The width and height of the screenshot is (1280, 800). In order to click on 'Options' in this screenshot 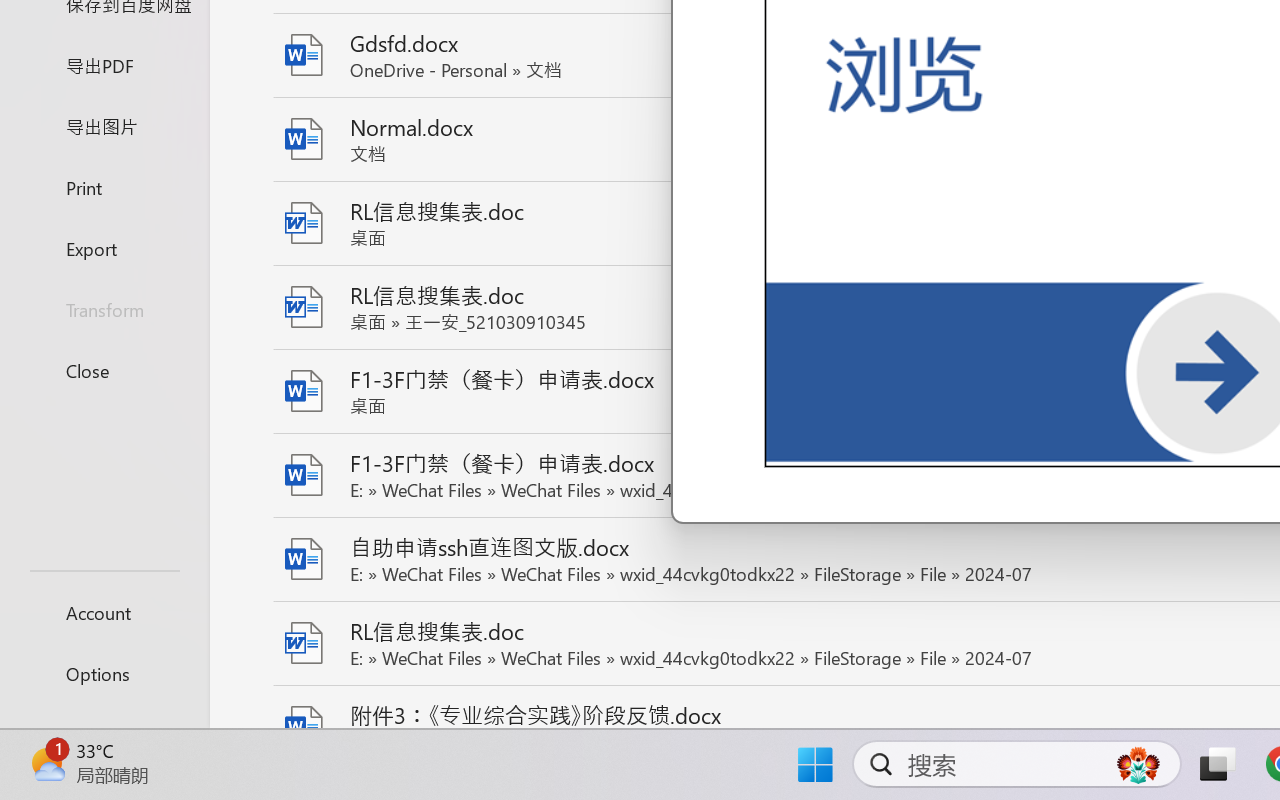, I will do `click(103, 673)`.